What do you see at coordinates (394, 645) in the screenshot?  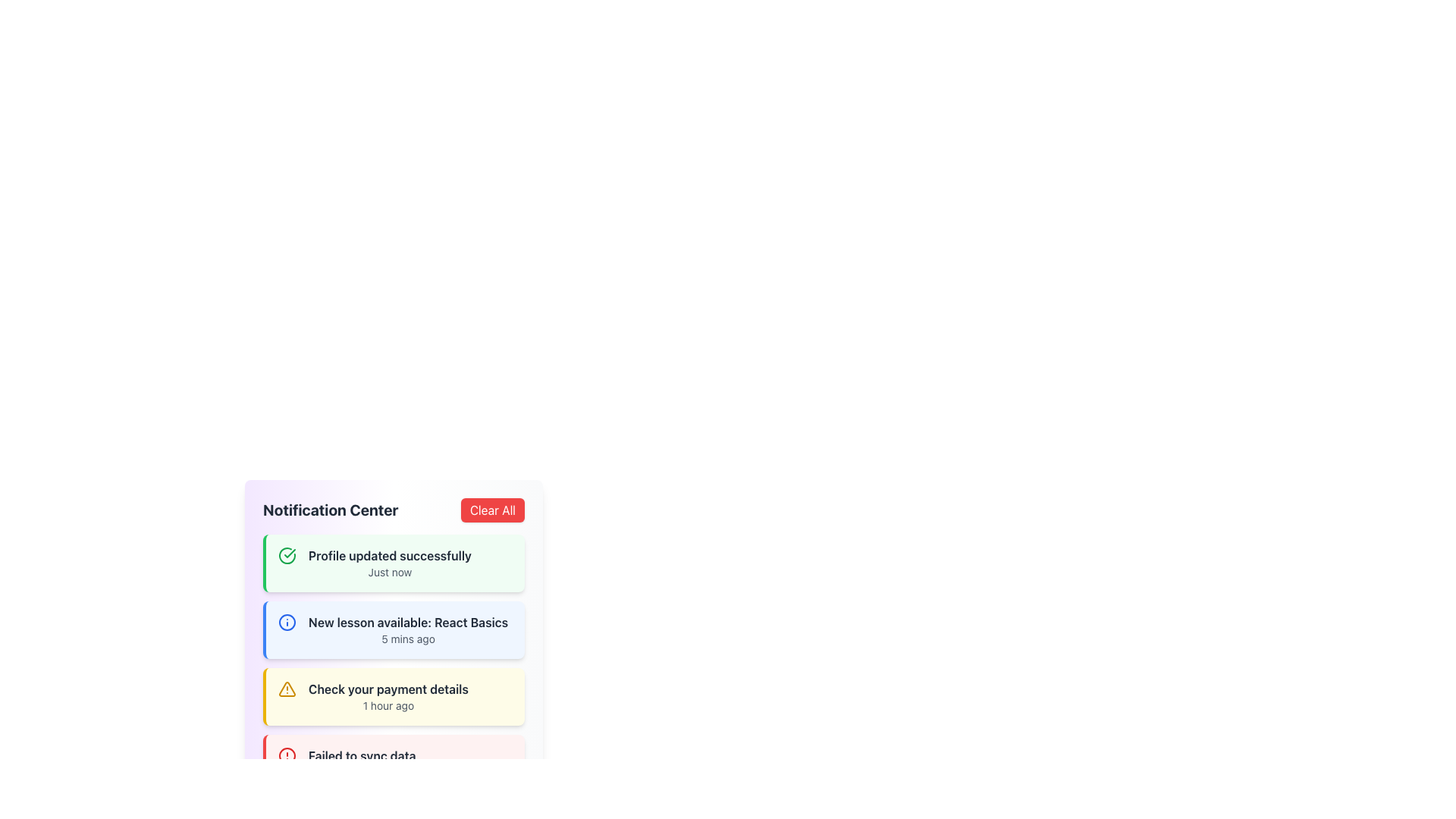 I see `the second notification card in the 'Notification Center'` at bounding box center [394, 645].